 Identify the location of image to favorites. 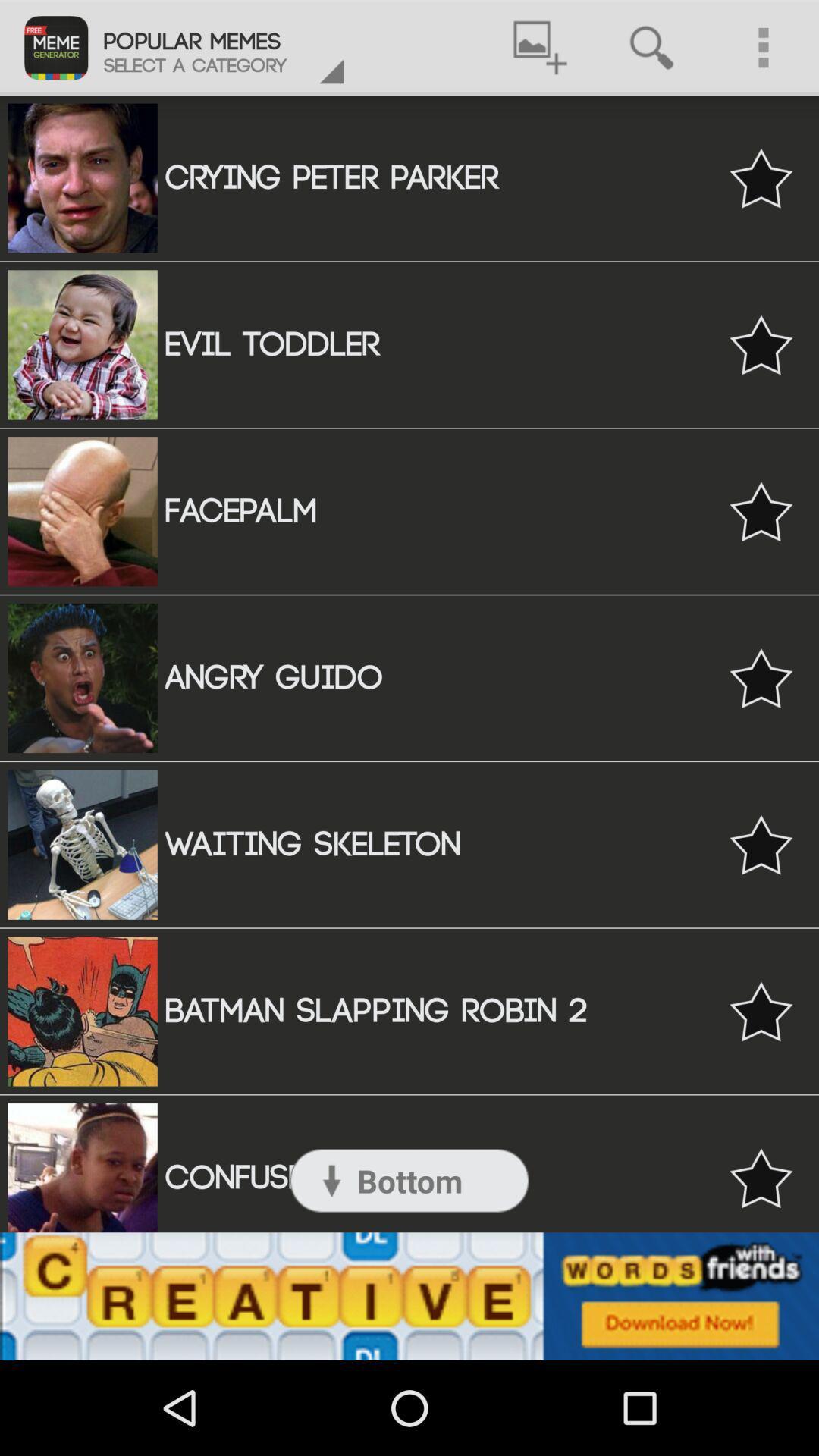
(761, 677).